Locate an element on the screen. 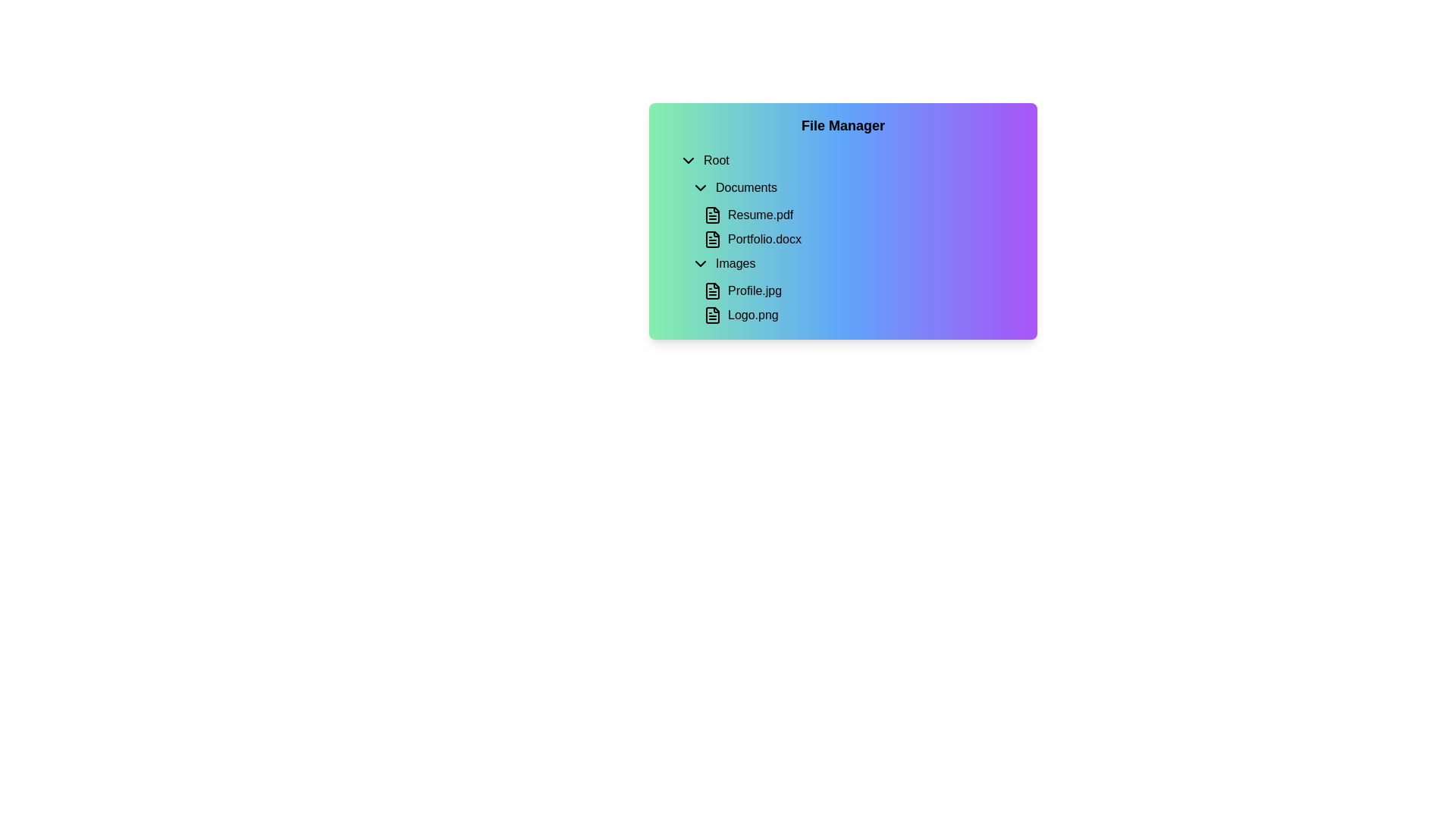  the text label displaying 'Logo.png' located within the 'Images' directory of the file manager interface is located at coordinates (753, 315).